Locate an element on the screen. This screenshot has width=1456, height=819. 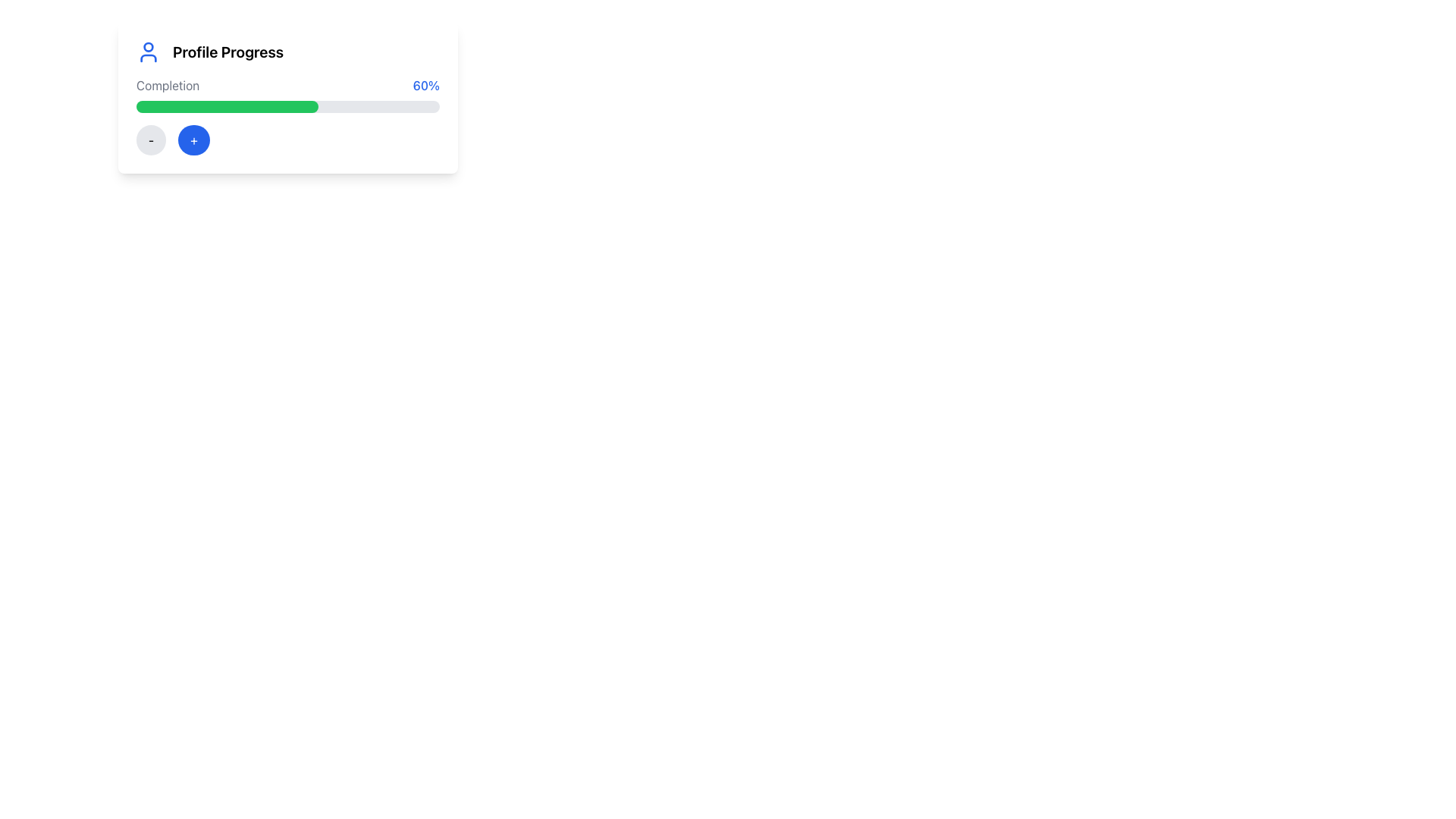
the user icon styled with a blue color and minimalist outline, located to the left of the text 'Profile Progress' is located at coordinates (149, 52).